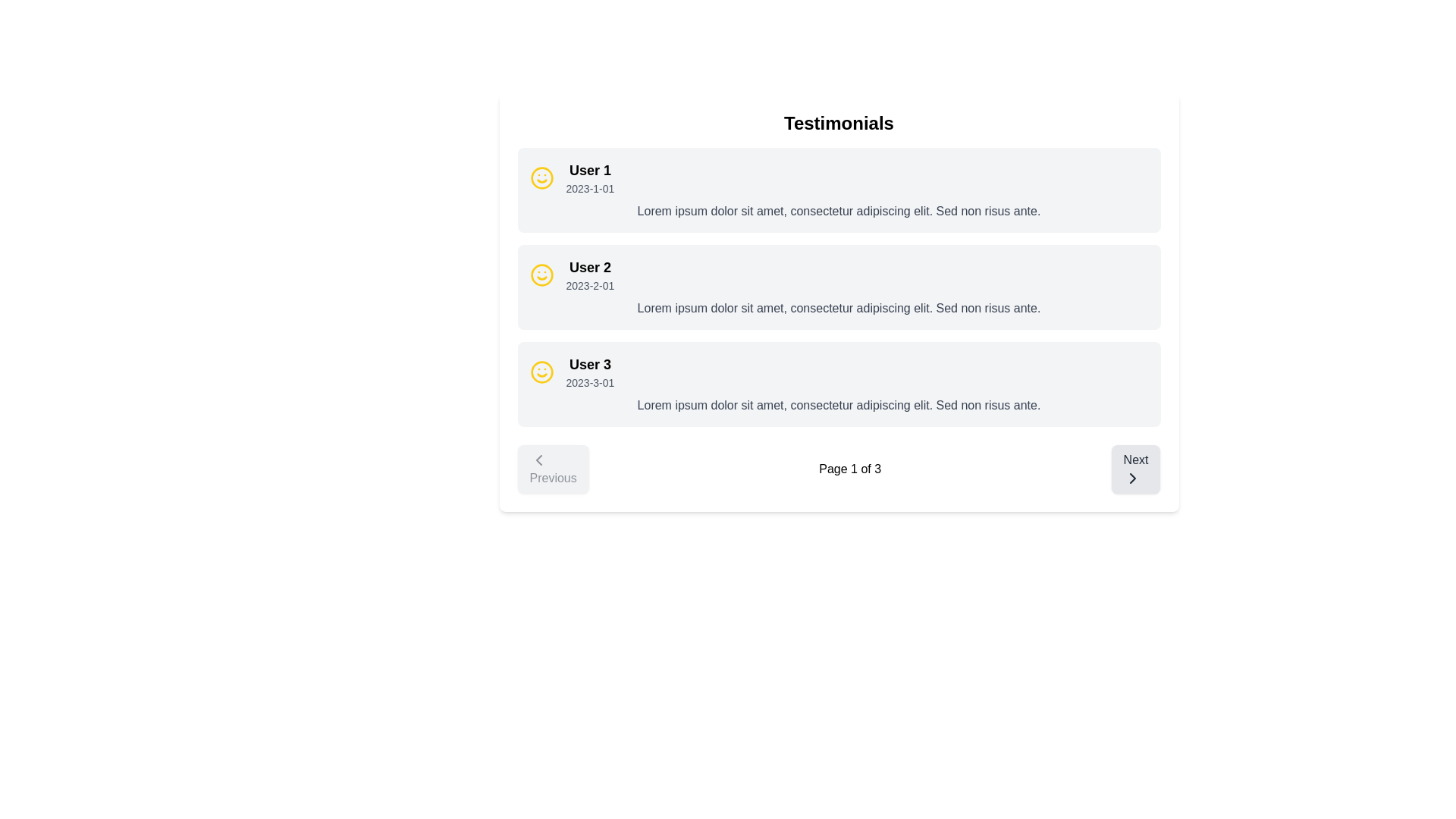 This screenshot has width=1456, height=819. Describe the element at coordinates (838, 468) in the screenshot. I see `displayed text from the Text indicator located in the pagination bar at the bottom of the testimonials section, centered between the 'Previous' and 'Next' buttons` at that location.